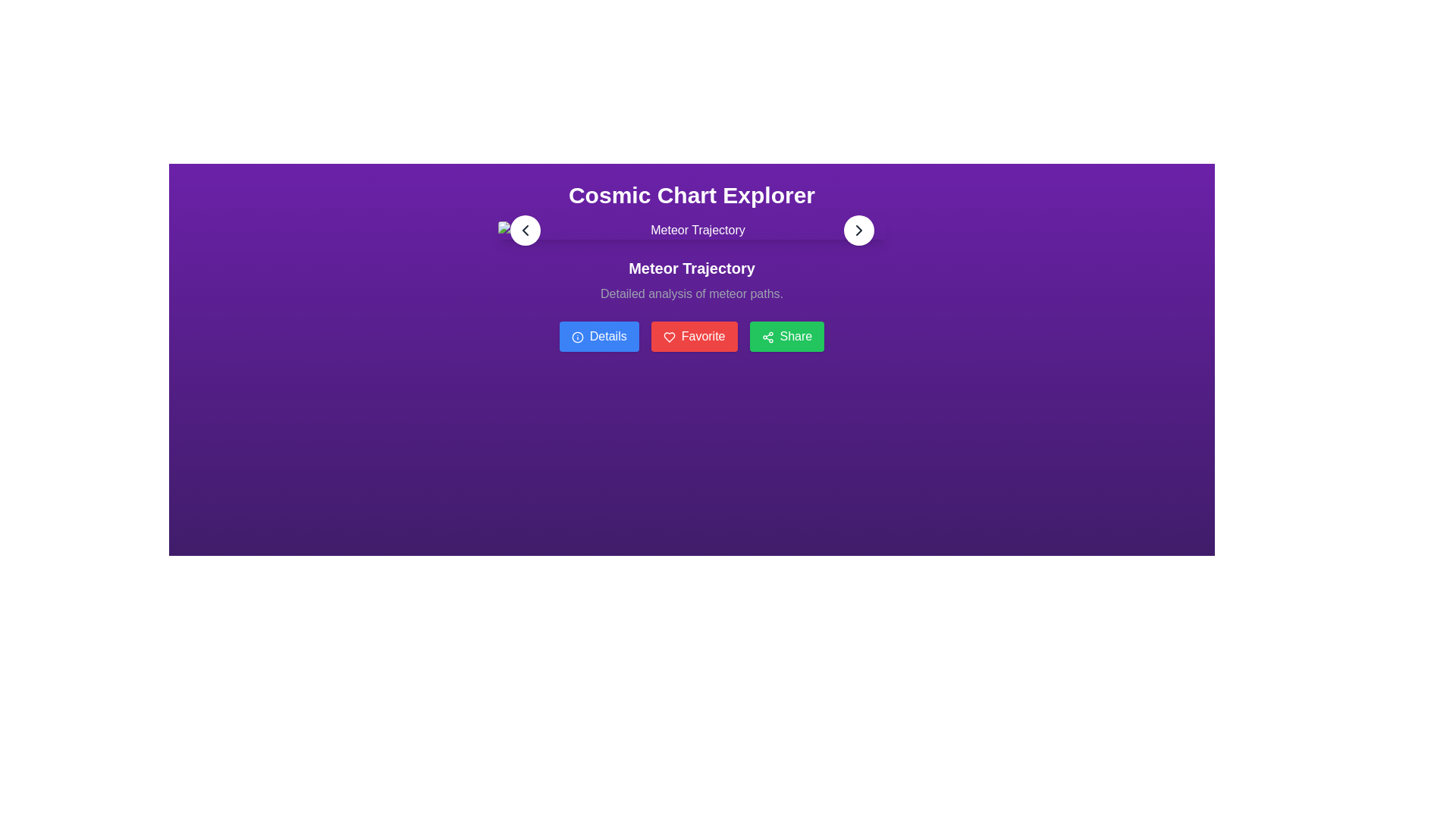 The height and width of the screenshot is (819, 1456). Describe the element at coordinates (598, 335) in the screenshot. I see `the 'Details' button, which is the first of three horizontally aligned buttons located below the main header and subtitle. It is positioned to the left of the 'Favorite' button and further to the left of the 'Share' button` at that location.